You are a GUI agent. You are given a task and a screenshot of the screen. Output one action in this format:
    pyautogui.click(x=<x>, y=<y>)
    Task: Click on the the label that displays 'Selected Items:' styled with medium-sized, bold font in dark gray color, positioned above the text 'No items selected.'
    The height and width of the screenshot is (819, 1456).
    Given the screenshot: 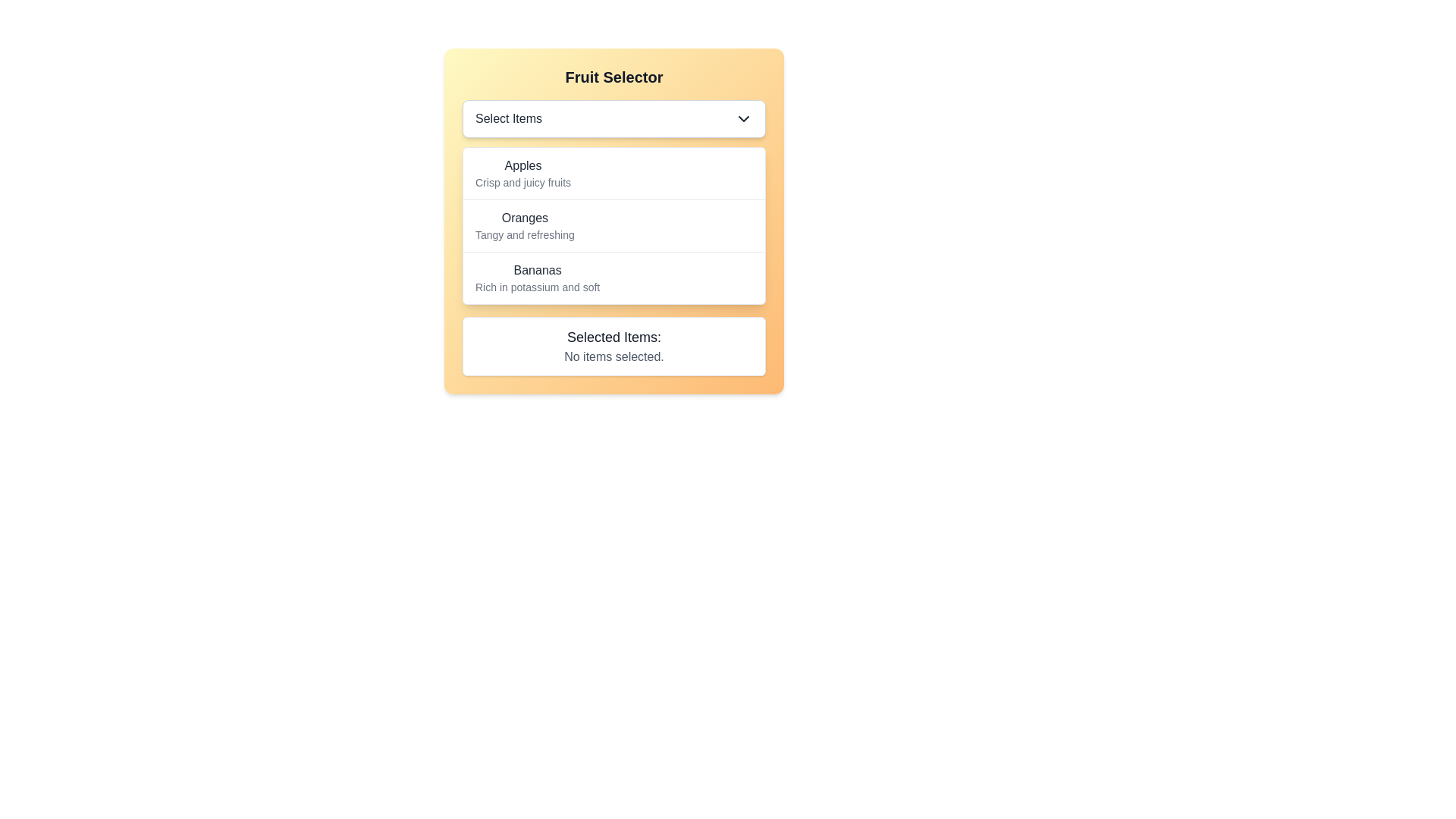 What is the action you would take?
    pyautogui.click(x=614, y=336)
    